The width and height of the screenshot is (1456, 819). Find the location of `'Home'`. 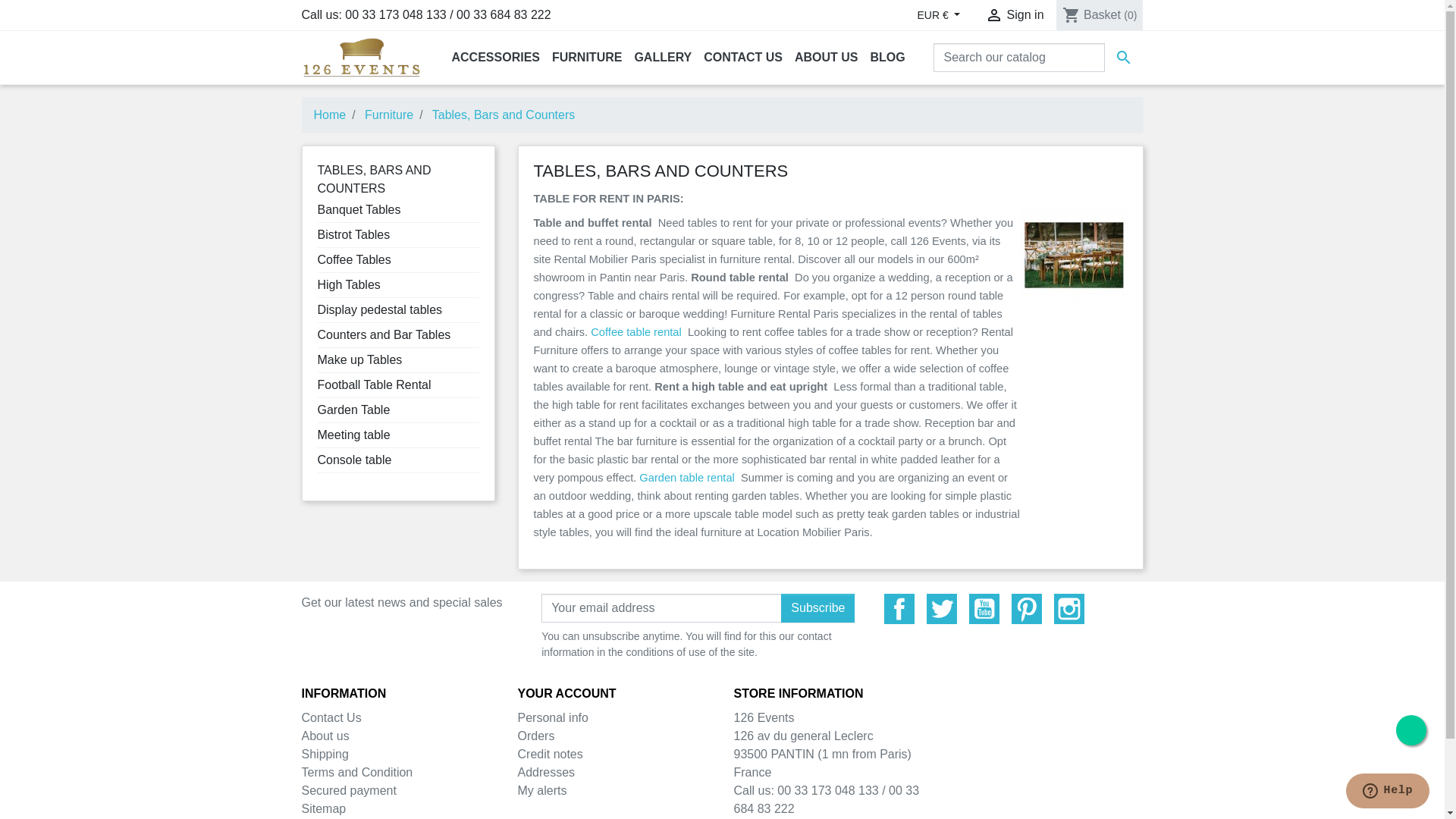

'Home' is located at coordinates (312, 114).